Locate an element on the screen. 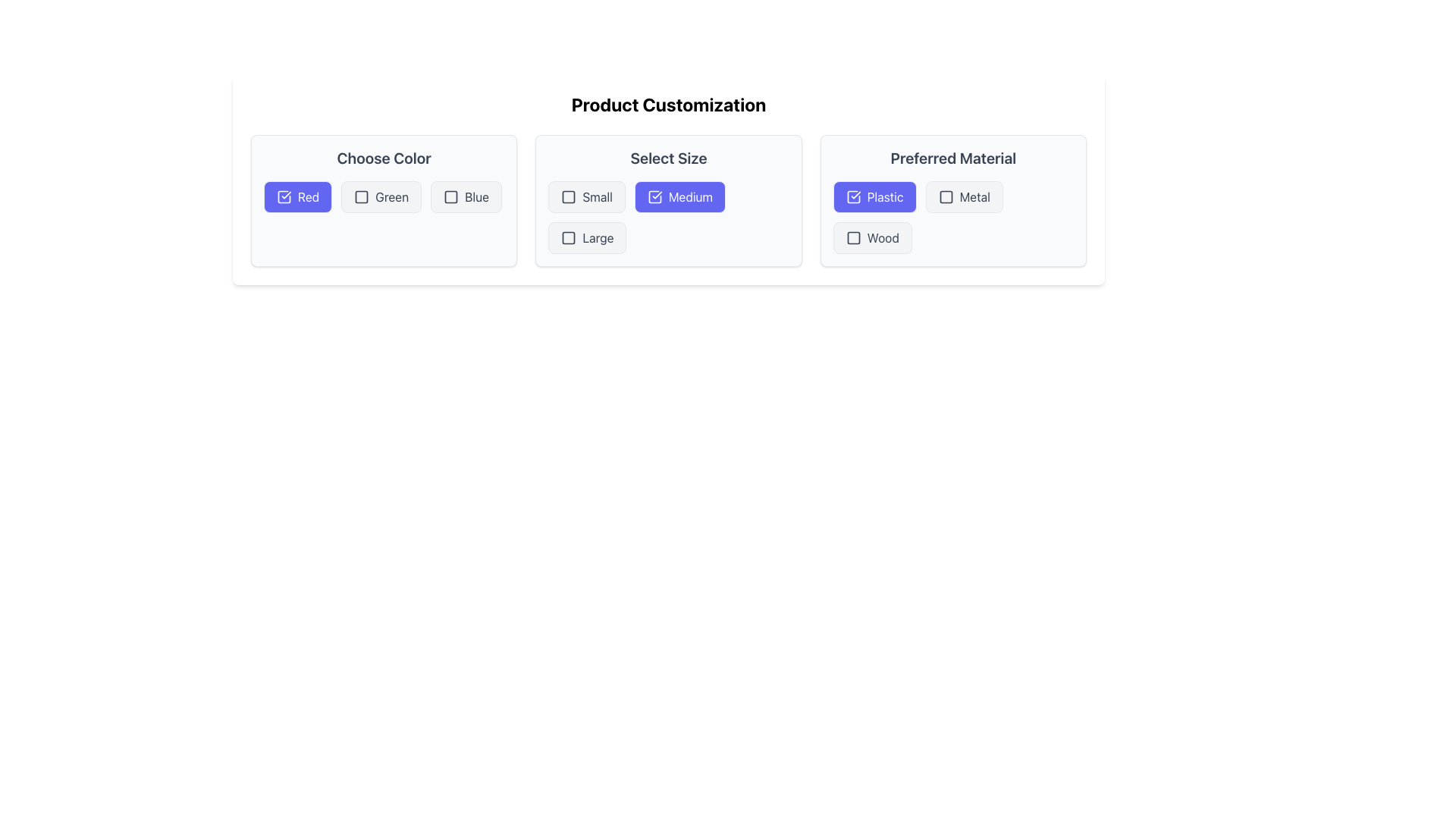 This screenshot has width=1456, height=819. the 'Plastic' selectable label, which is styled with white text on a blue background and located within the 'Preferred Material' section of the product customization interface is located at coordinates (885, 196).